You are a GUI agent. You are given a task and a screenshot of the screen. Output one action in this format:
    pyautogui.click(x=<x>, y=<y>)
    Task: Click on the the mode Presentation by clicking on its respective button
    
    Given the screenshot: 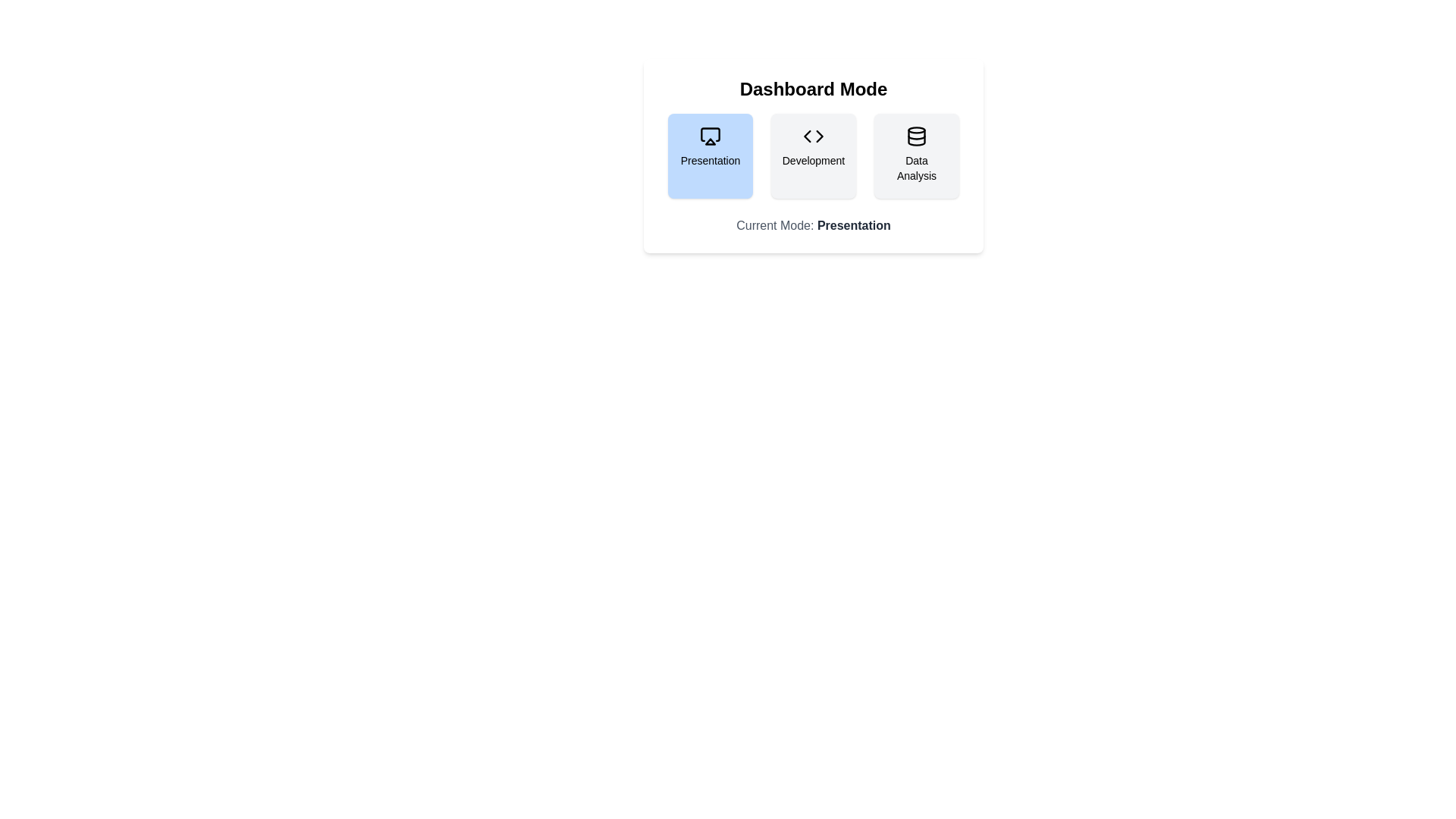 What is the action you would take?
    pyautogui.click(x=709, y=155)
    